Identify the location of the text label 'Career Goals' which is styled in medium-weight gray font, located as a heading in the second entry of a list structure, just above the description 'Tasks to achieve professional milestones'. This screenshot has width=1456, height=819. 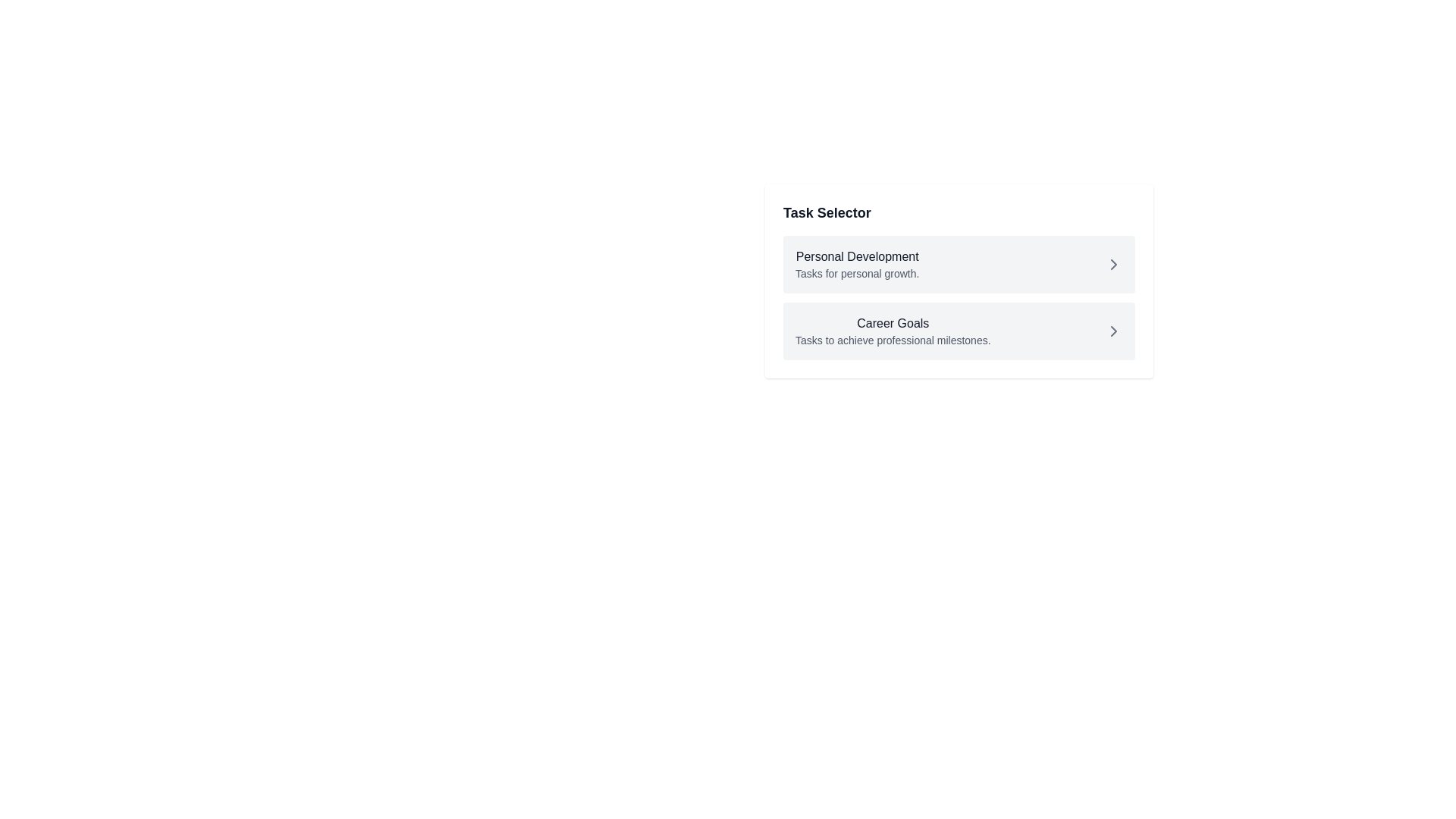
(893, 323).